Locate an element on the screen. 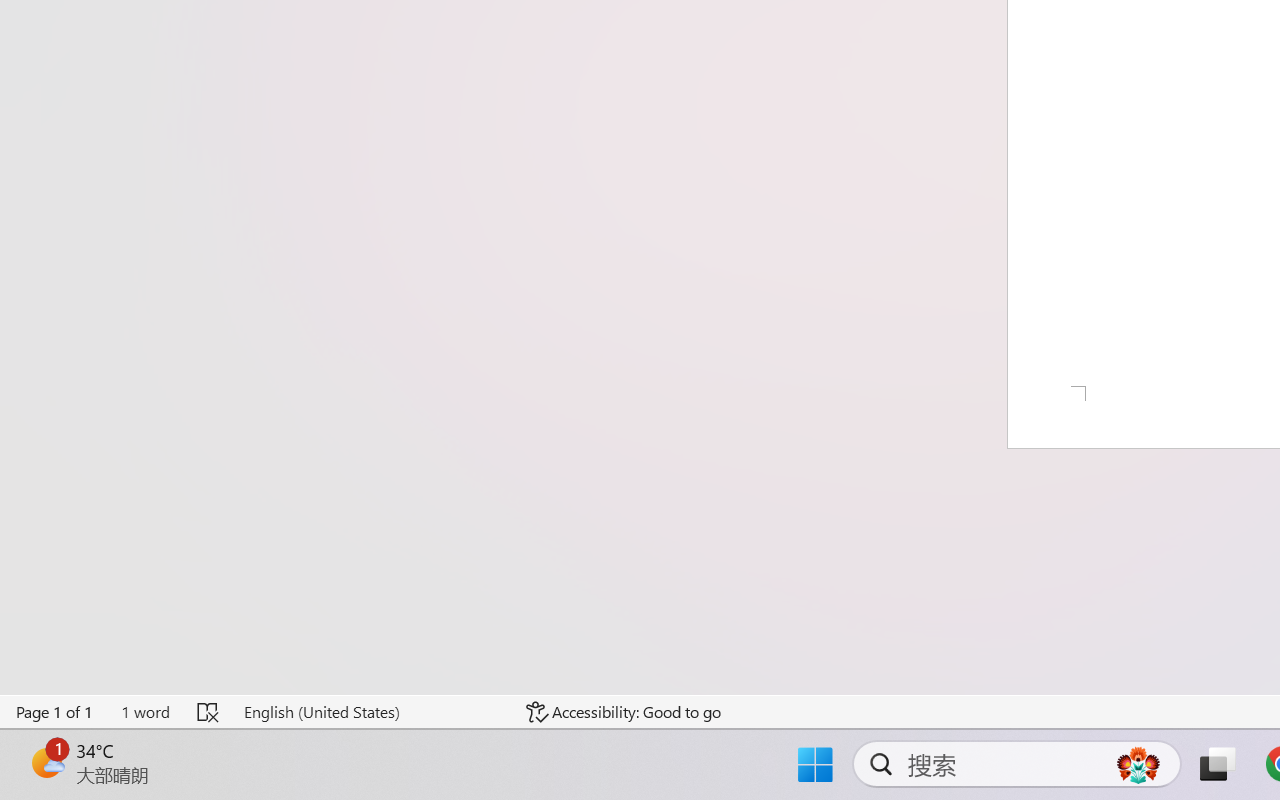 The width and height of the screenshot is (1280, 800). 'Spelling and Grammar Check Errors' is located at coordinates (209, 711).